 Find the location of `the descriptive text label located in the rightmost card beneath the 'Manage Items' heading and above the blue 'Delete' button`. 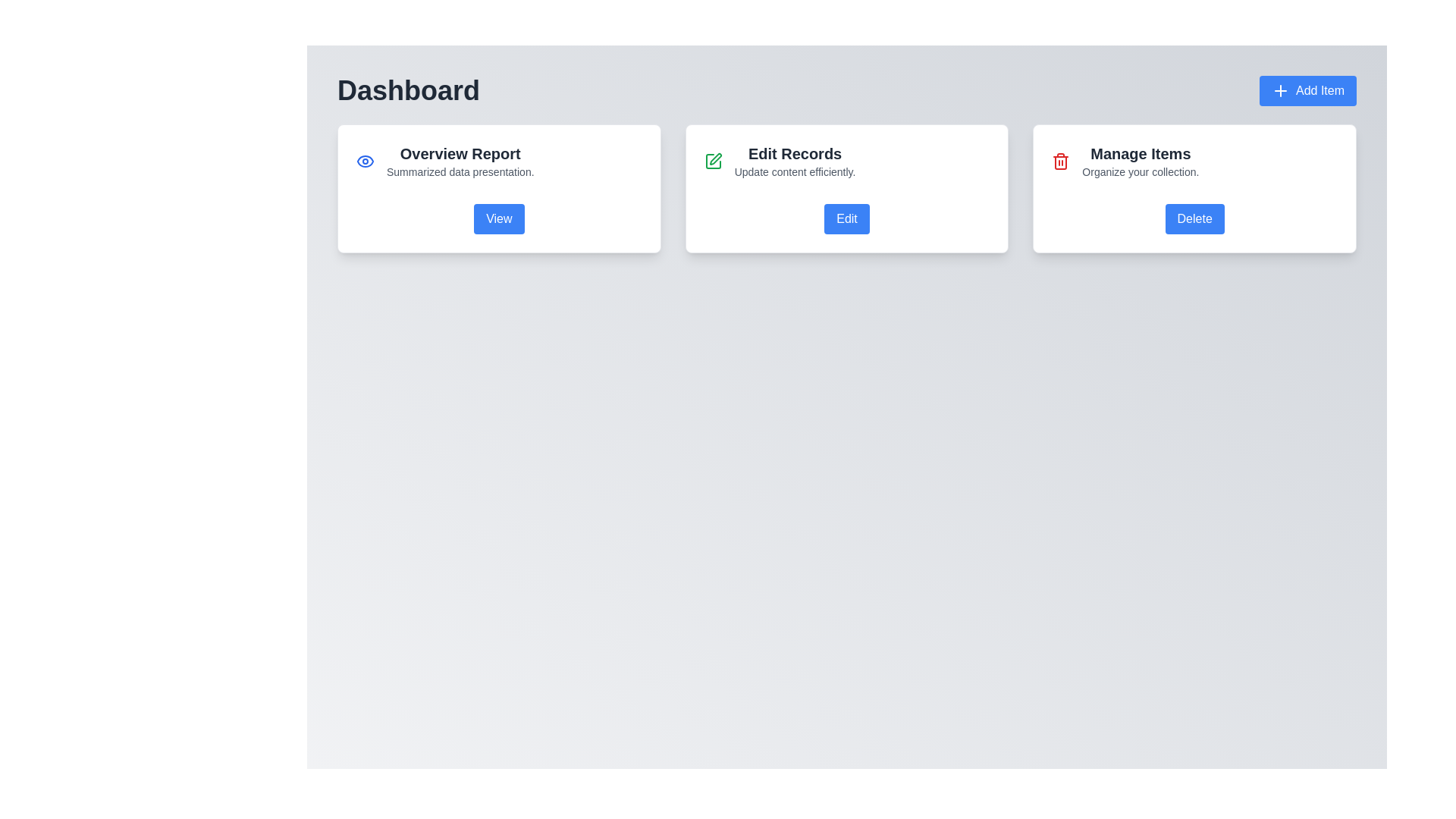

the descriptive text label located in the rightmost card beneath the 'Manage Items' heading and above the blue 'Delete' button is located at coordinates (1141, 171).